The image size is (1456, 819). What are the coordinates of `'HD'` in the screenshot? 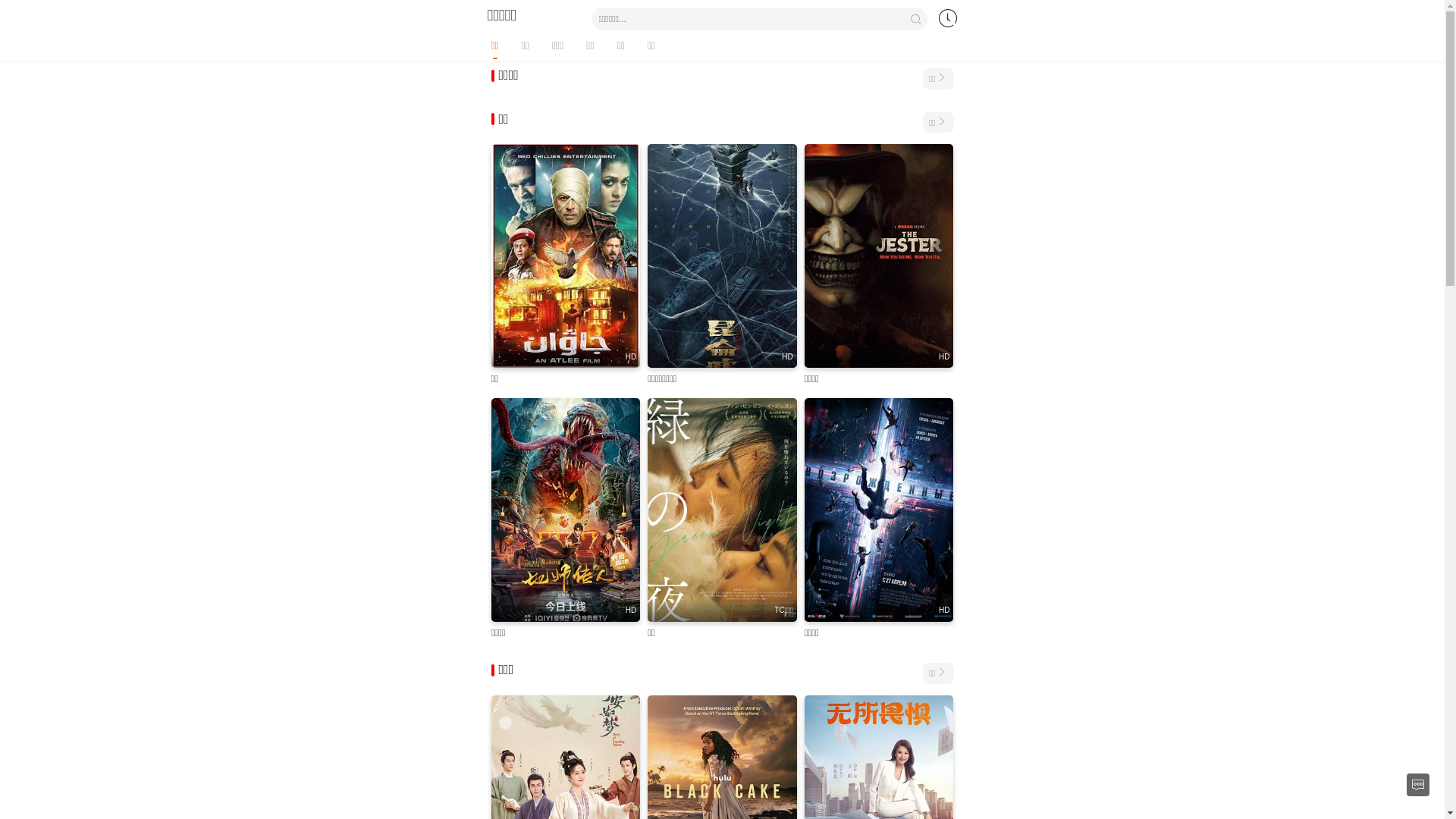 It's located at (565, 255).